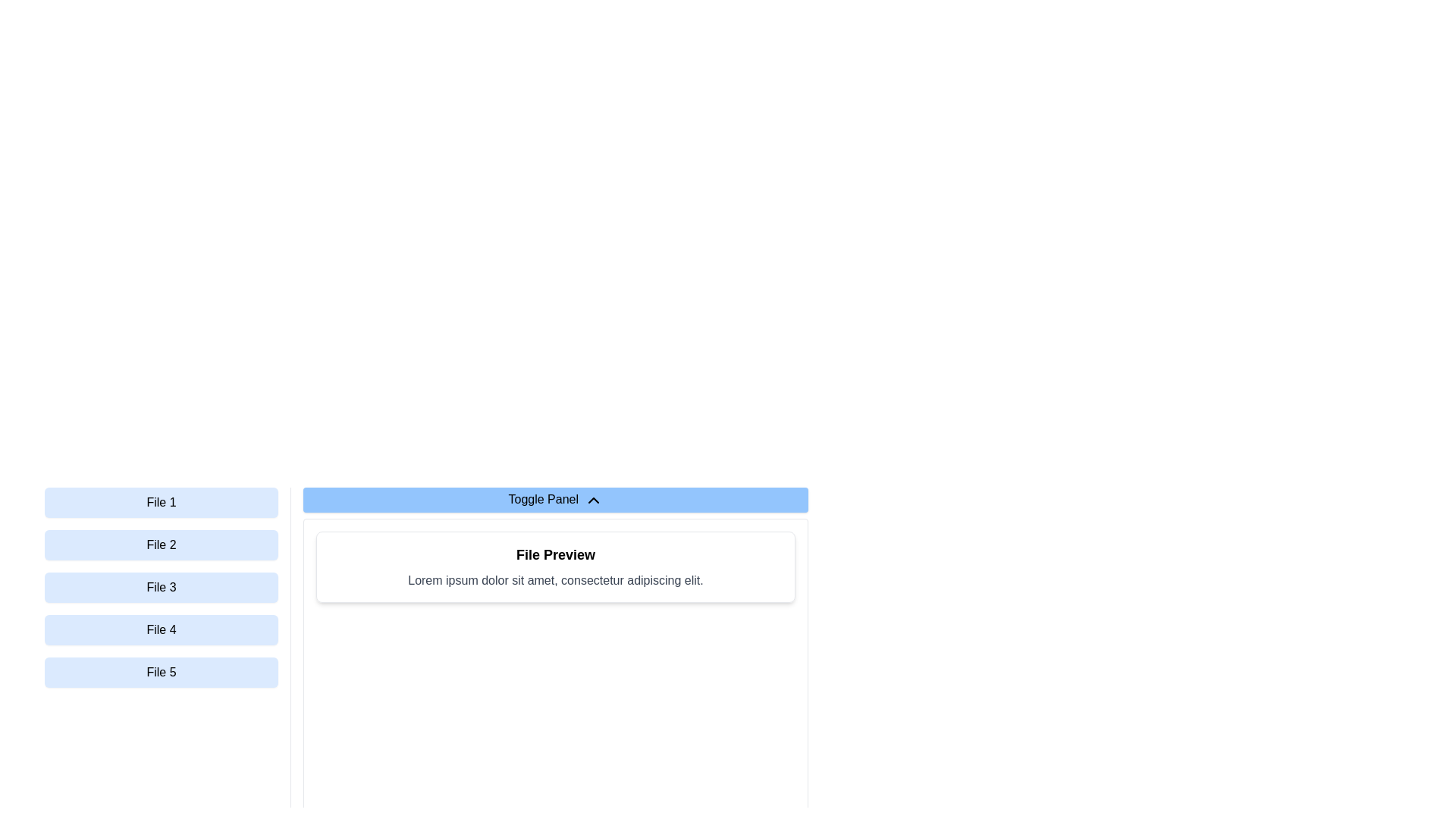 The height and width of the screenshot is (819, 1456). What do you see at coordinates (161, 544) in the screenshot?
I see `the second button labeled 'File 2' in the vertical list of blue buttons` at bounding box center [161, 544].